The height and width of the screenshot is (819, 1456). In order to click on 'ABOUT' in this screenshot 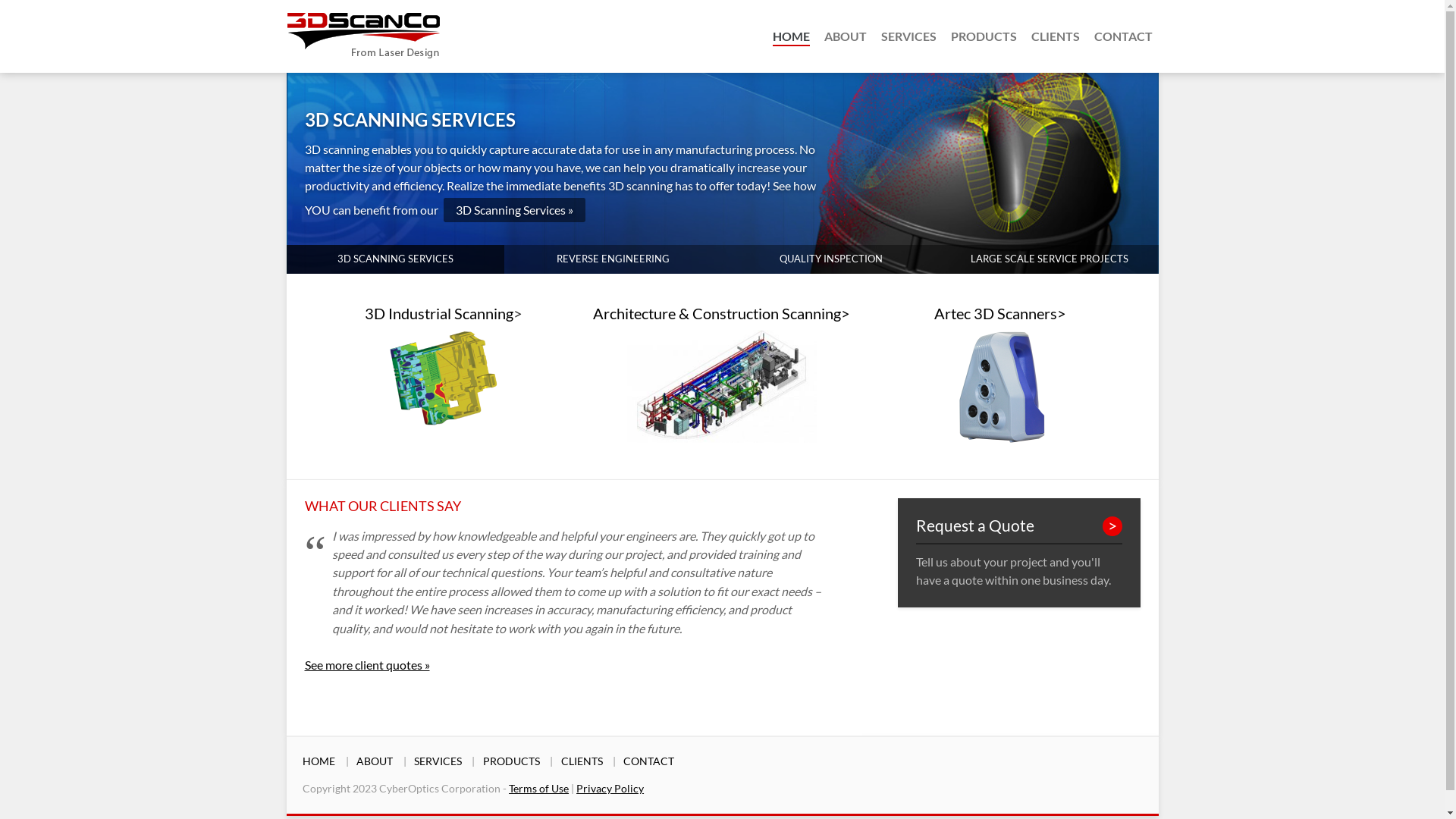, I will do `click(822, 35)`.